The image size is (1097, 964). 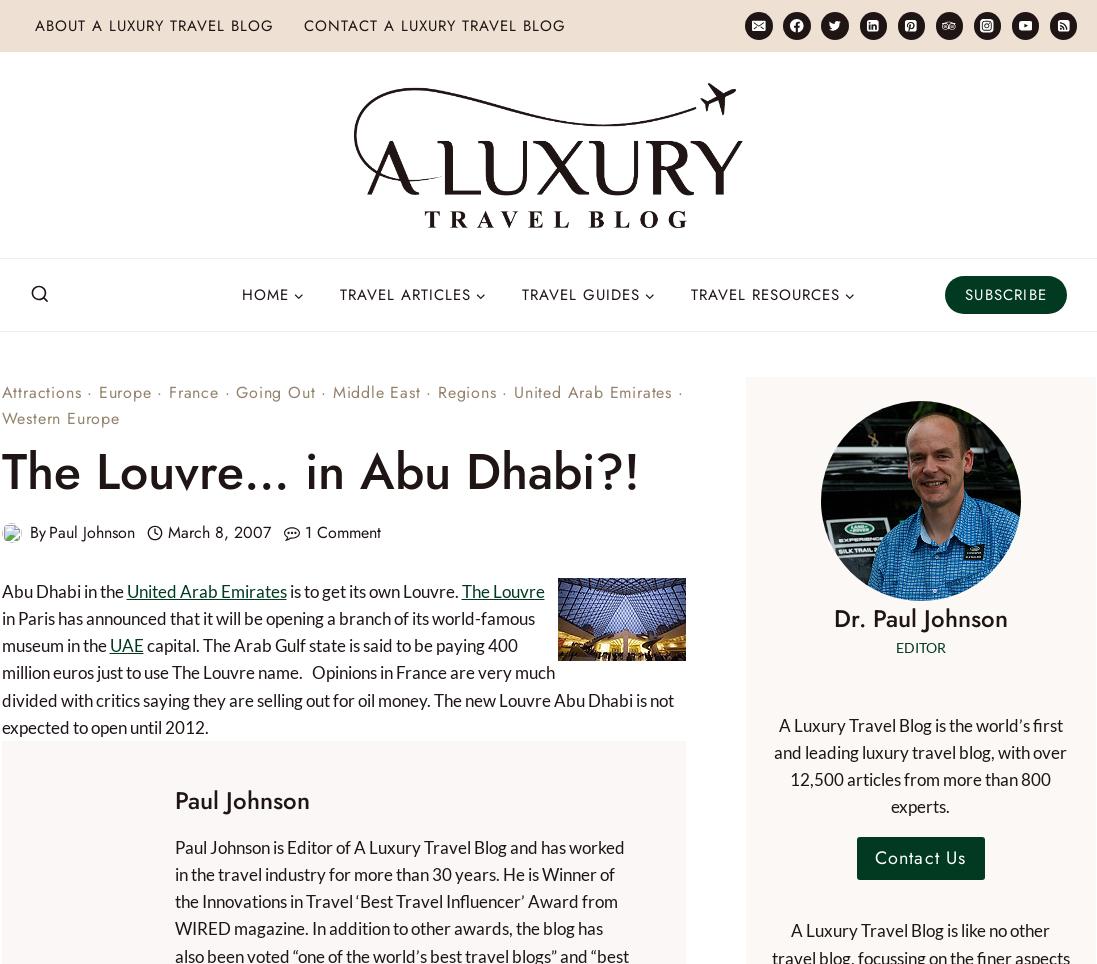 I want to click on 'The Louvre… in Abu Dhabi?!', so click(x=318, y=471).